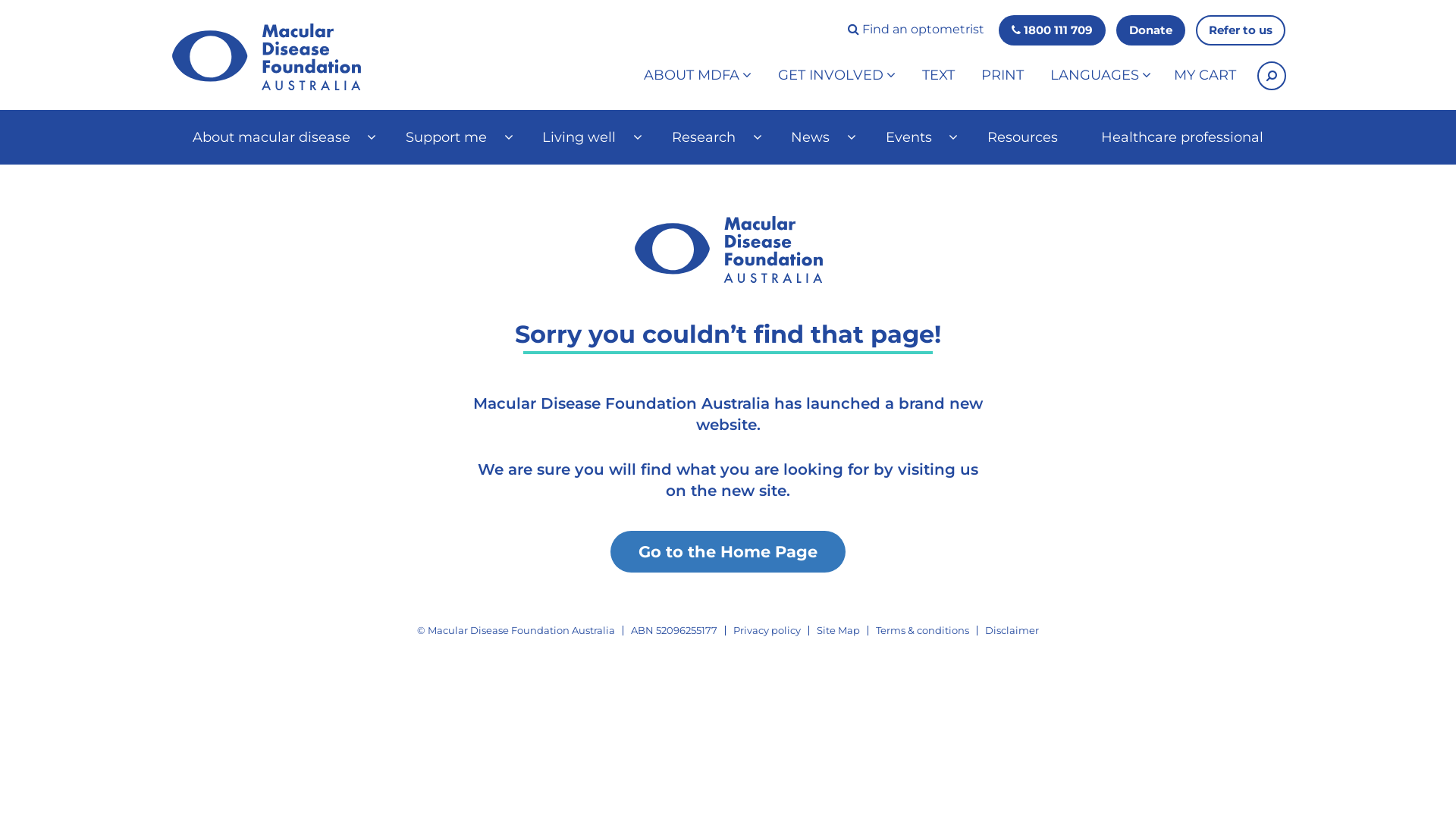 This screenshot has height=819, width=1456. Describe the element at coordinates (836, 76) in the screenshot. I see `'GET INVOLVED'` at that location.